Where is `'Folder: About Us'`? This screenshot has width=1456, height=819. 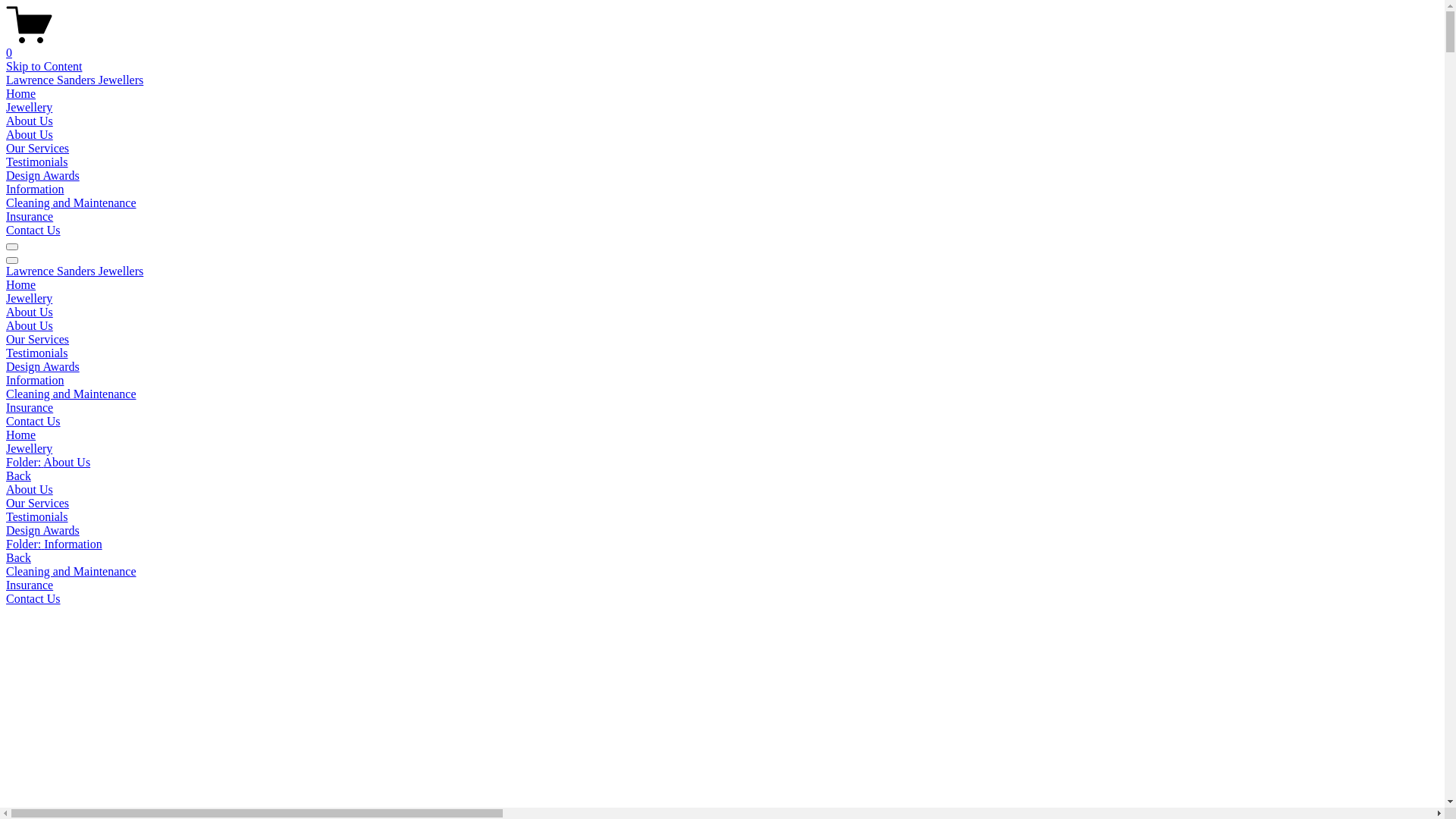 'Folder: About Us' is located at coordinates (721, 461).